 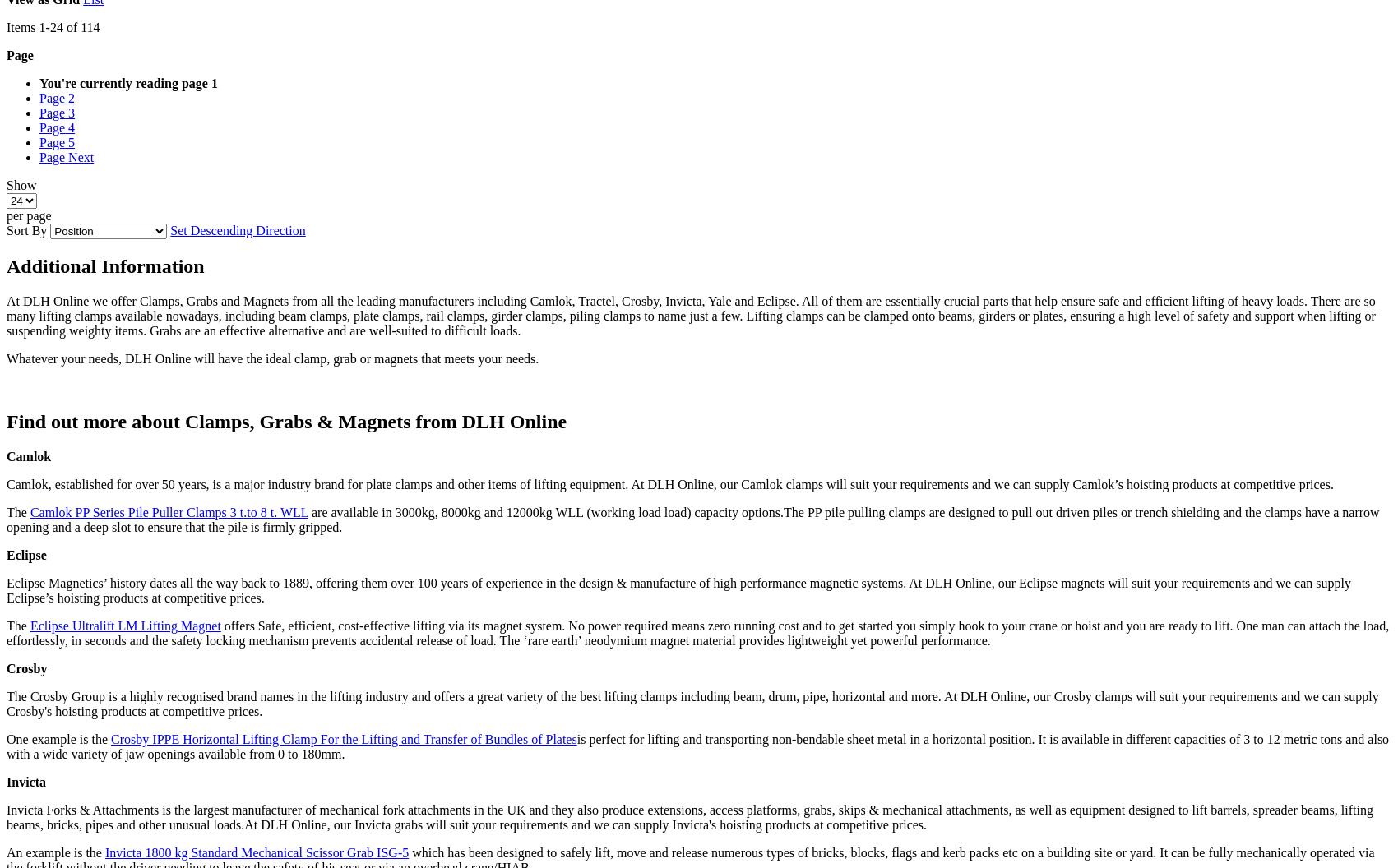 What do you see at coordinates (678, 590) in the screenshot?
I see `'Eclipse Magnetics’ history dates all the way back to 1889, offering them over 100 years of experience in the design & manufacture of high performance magnetic systems. At DLH Online, our Eclipse magnets will suit your requirements and we can supply Eclipse’s hoisting products at competitive prices.'` at bounding box center [678, 590].